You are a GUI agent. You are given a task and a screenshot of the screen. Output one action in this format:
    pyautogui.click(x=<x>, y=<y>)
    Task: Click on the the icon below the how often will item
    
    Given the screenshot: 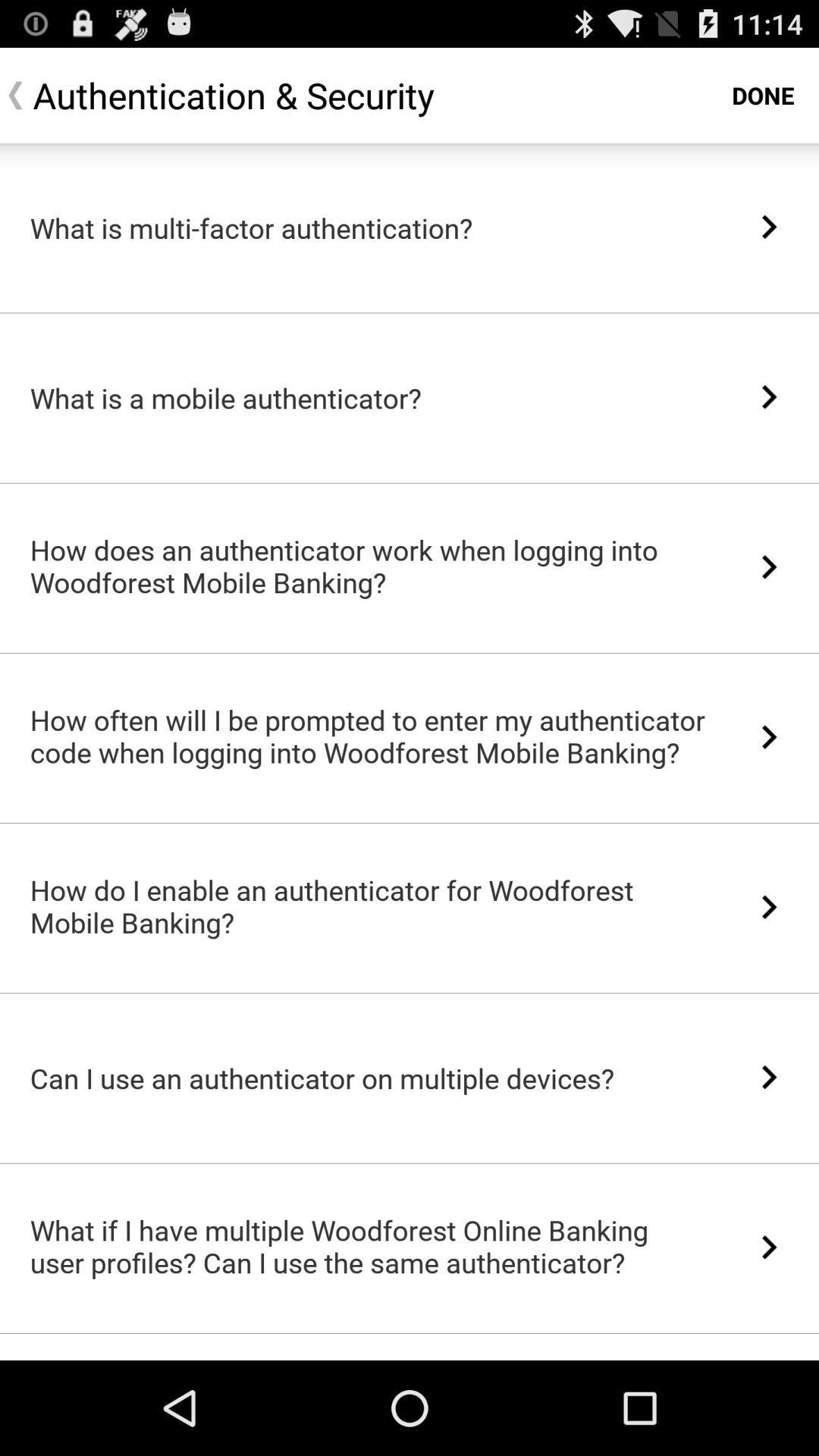 What is the action you would take?
    pyautogui.click(x=409, y=822)
    